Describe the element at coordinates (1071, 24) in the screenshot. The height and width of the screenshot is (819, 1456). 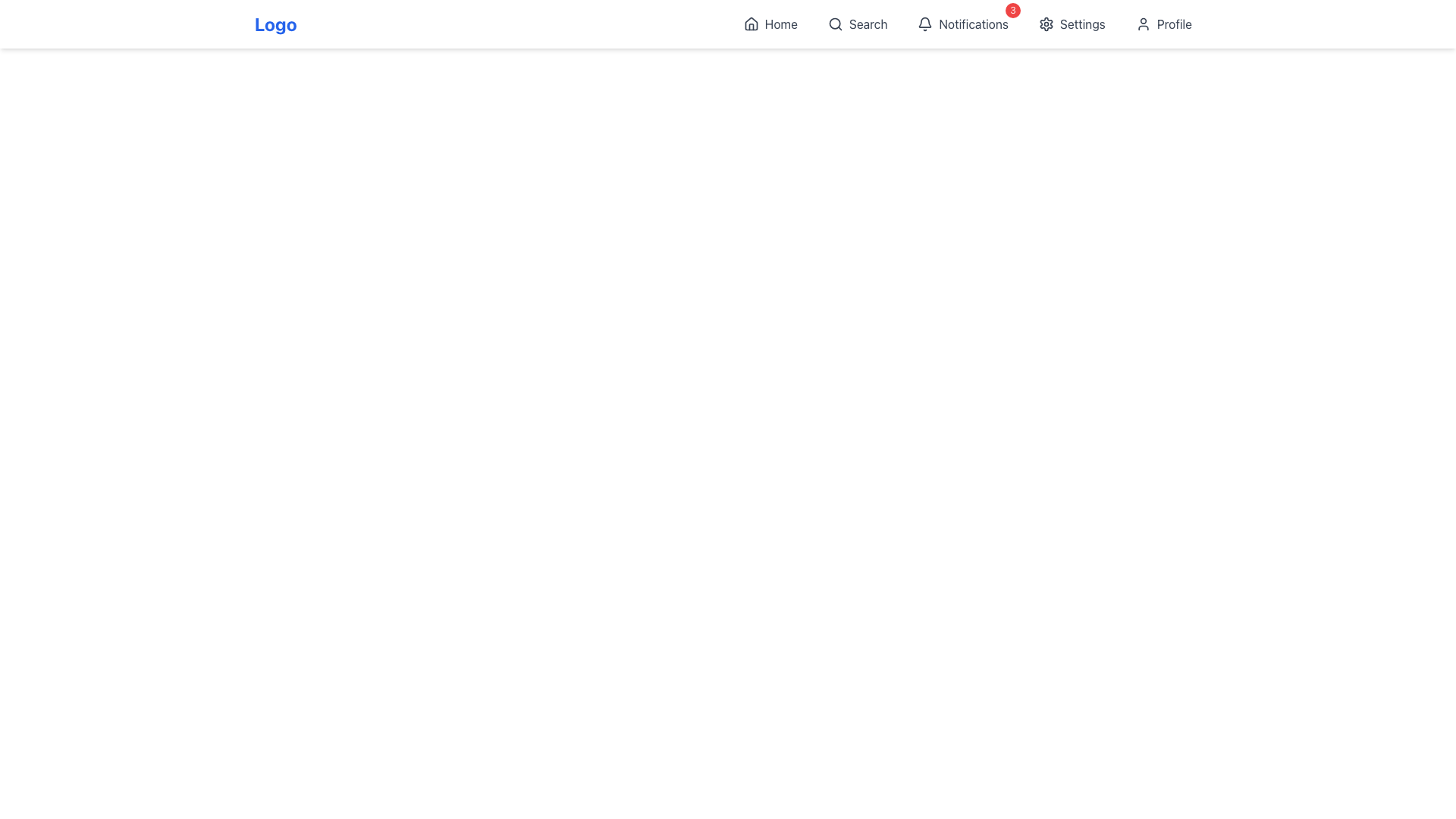
I see `the navigation button for settings, located` at that location.